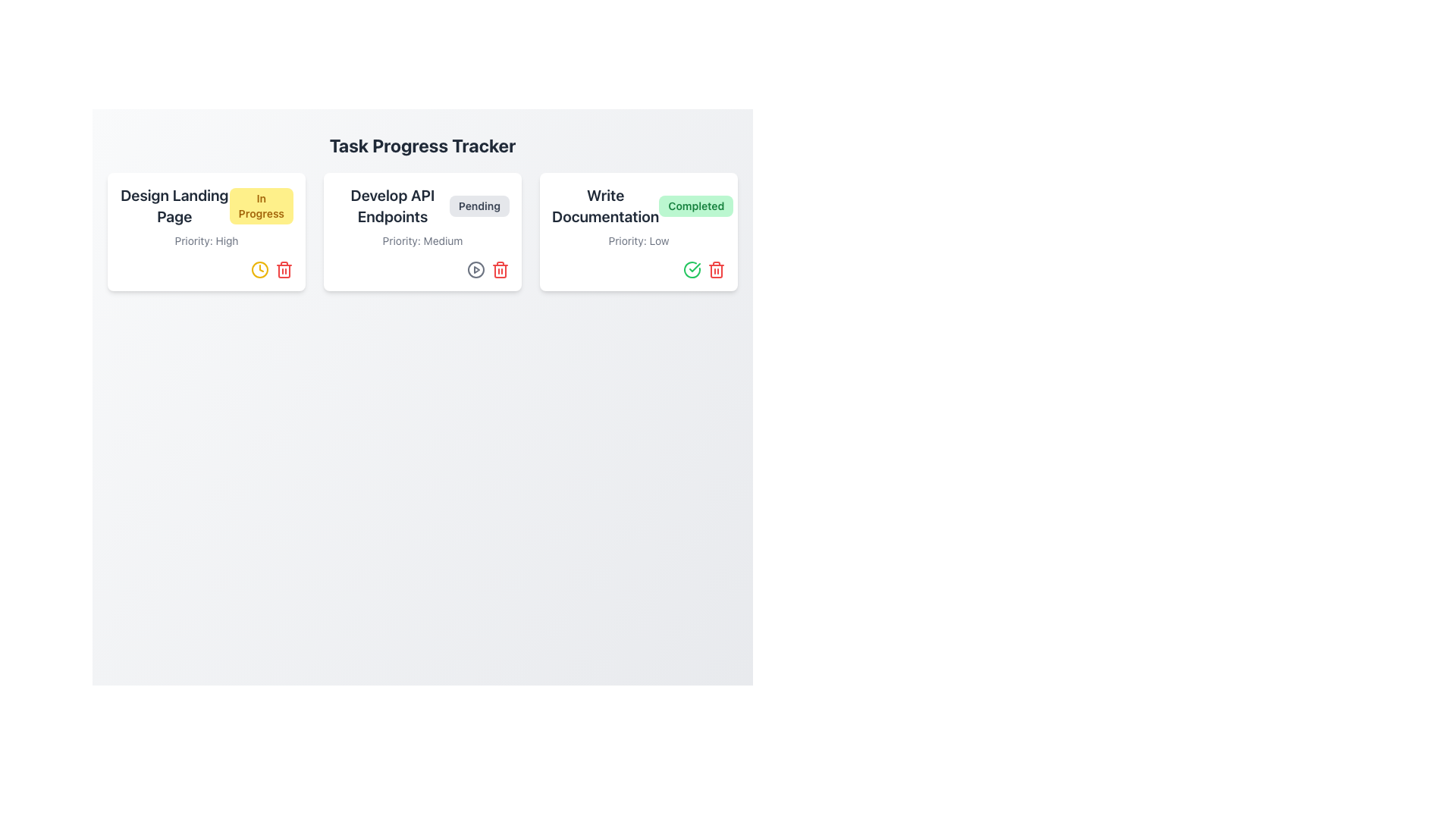 The width and height of the screenshot is (1456, 819). Describe the element at coordinates (206, 231) in the screenshot. I see `text content of the card titled 'Design Landing Page' which has a status label 'In Progress' and a message 'Priority: High'` at that location.